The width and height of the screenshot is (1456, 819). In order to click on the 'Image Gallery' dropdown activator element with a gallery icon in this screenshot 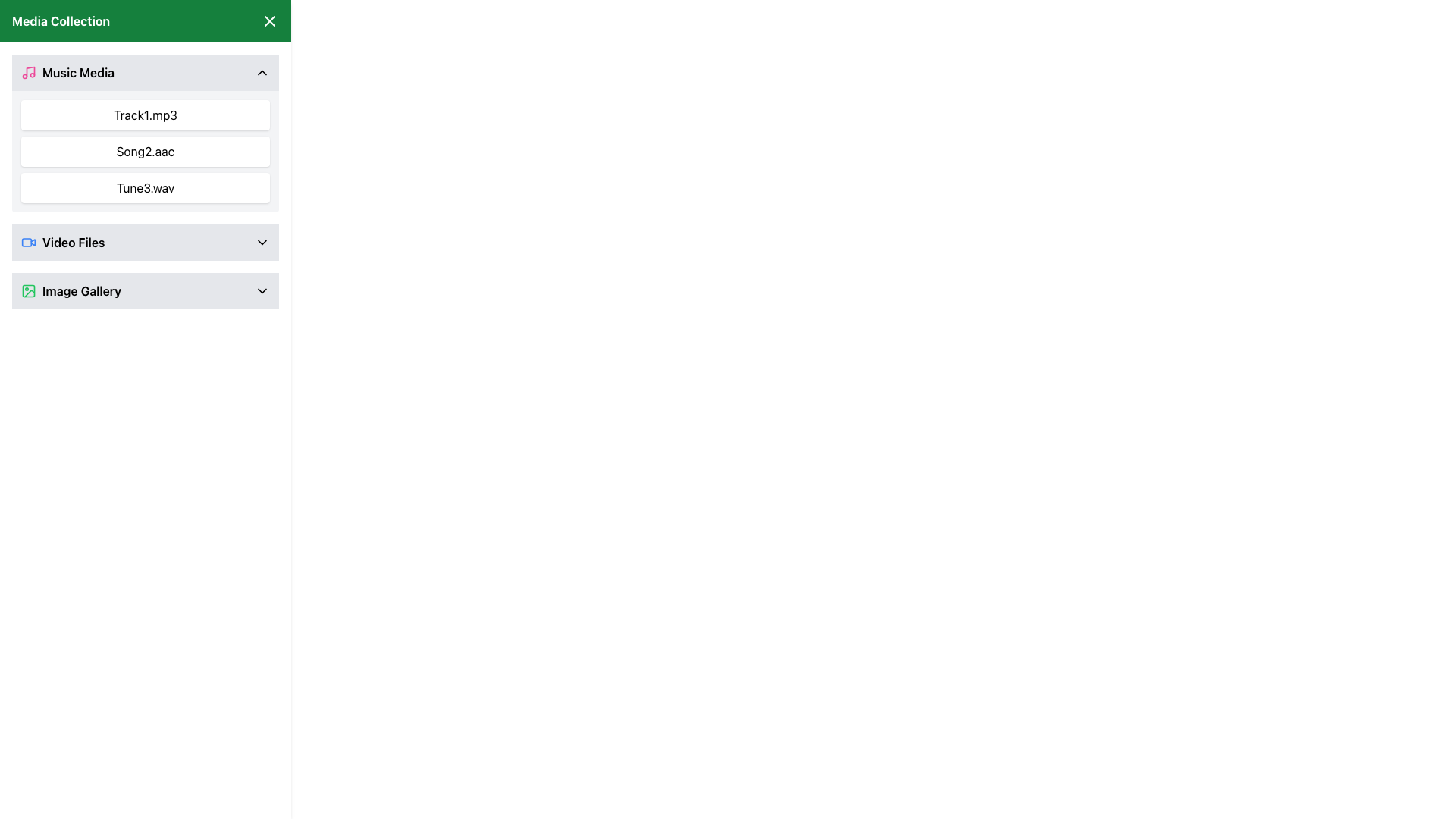, I will do `click(71, 291)`.